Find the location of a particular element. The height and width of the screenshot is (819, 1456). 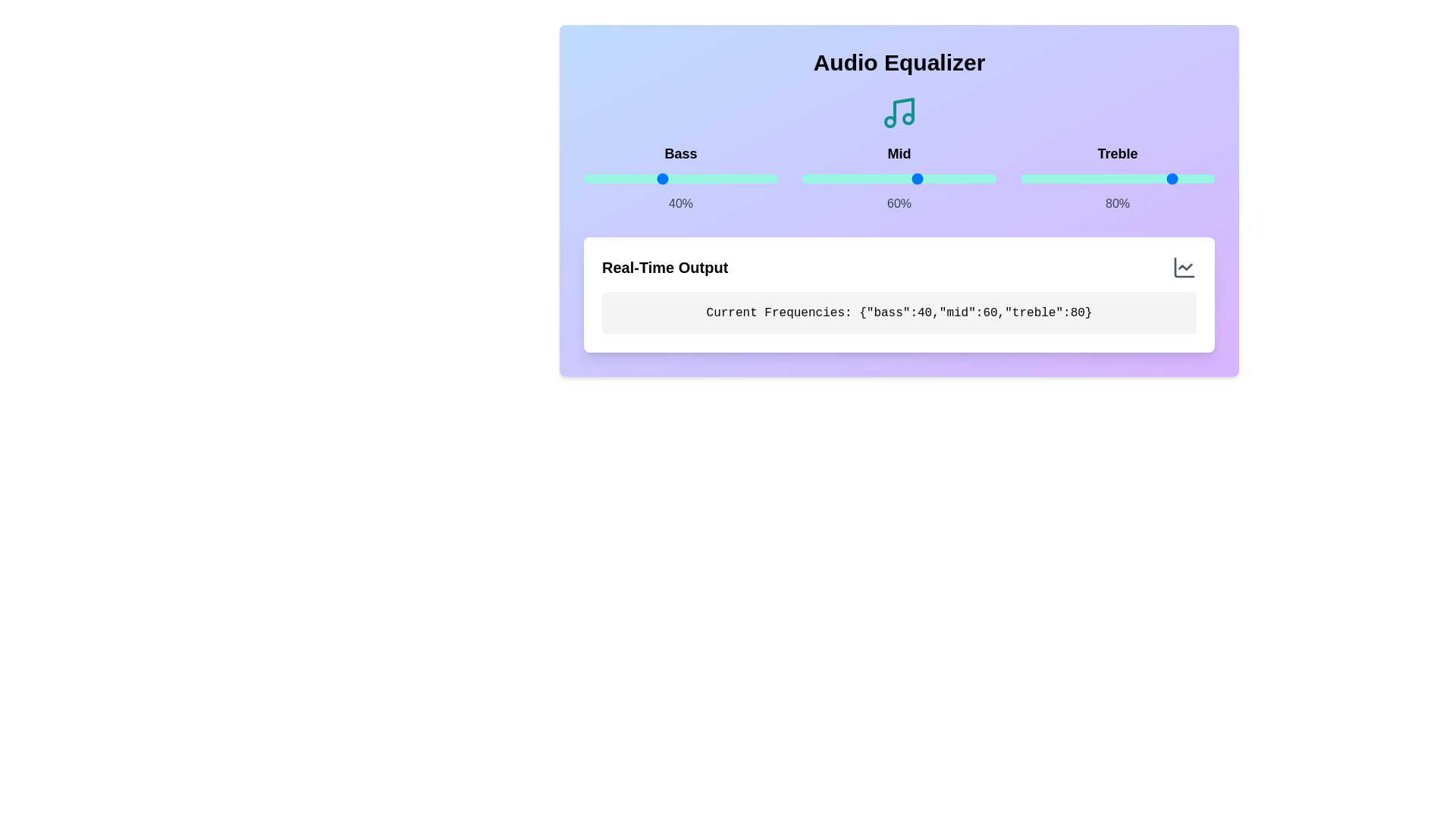

the 'Mid' frequency level is located at coordinates (852, 177).